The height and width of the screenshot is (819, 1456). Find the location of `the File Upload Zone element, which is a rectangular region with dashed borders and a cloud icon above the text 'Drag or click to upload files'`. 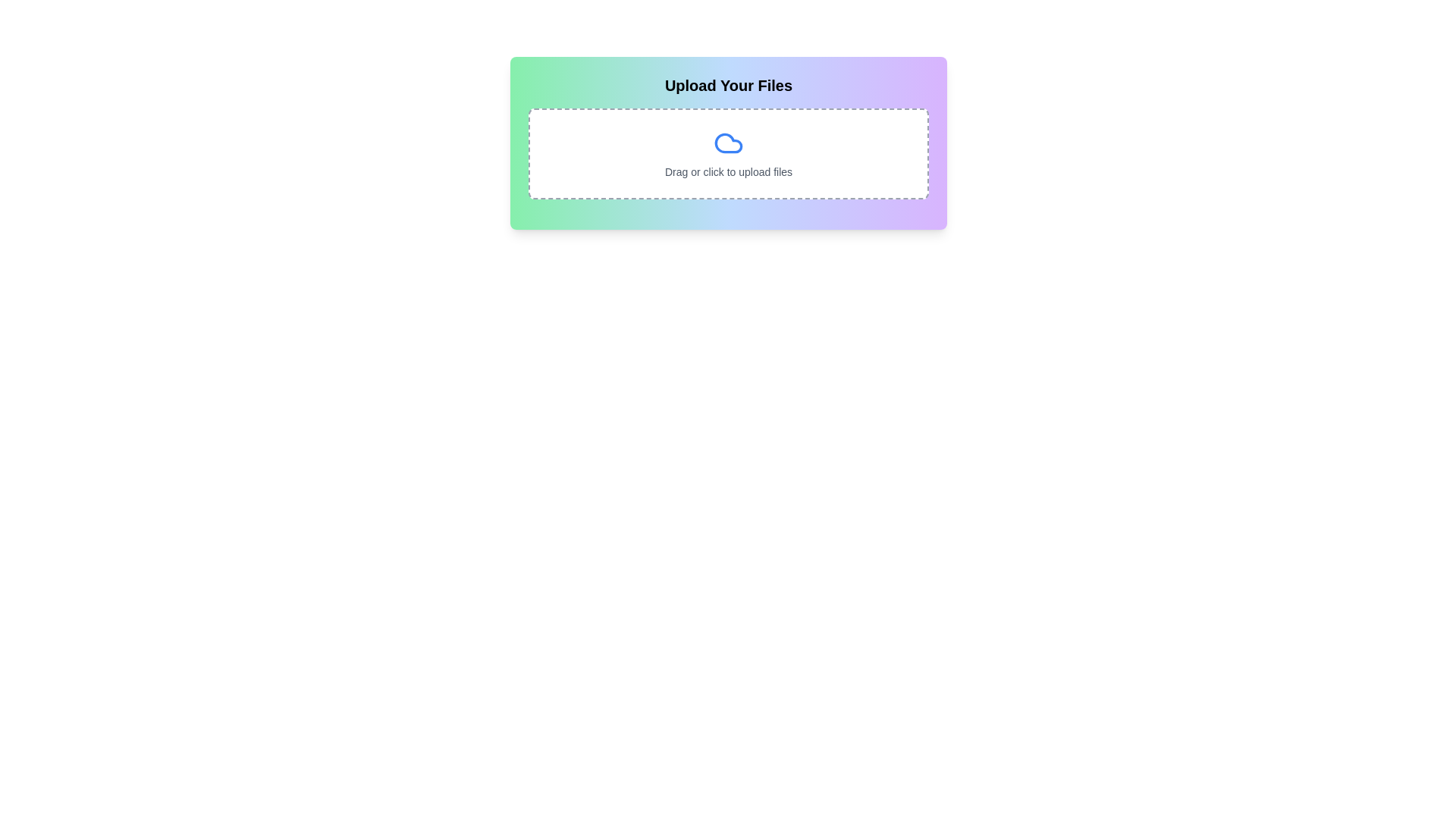

the File Upload Zone element, which is a rectangular region with dashed borders and a cloud icon above the text 'Drag or click to upload files' is located at coordinates (728, 154).